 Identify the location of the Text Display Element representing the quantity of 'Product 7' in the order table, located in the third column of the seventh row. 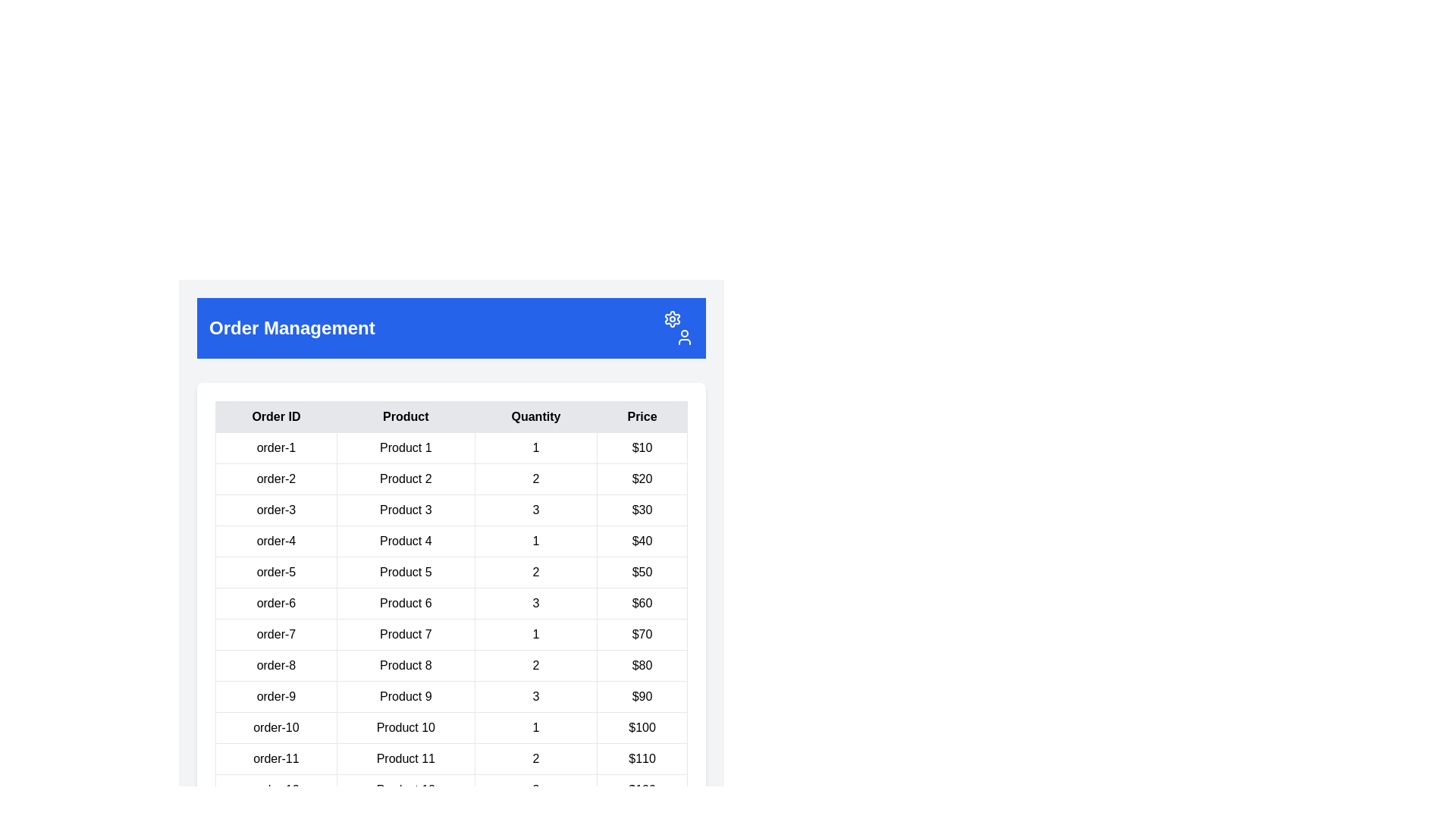
(535, 635).